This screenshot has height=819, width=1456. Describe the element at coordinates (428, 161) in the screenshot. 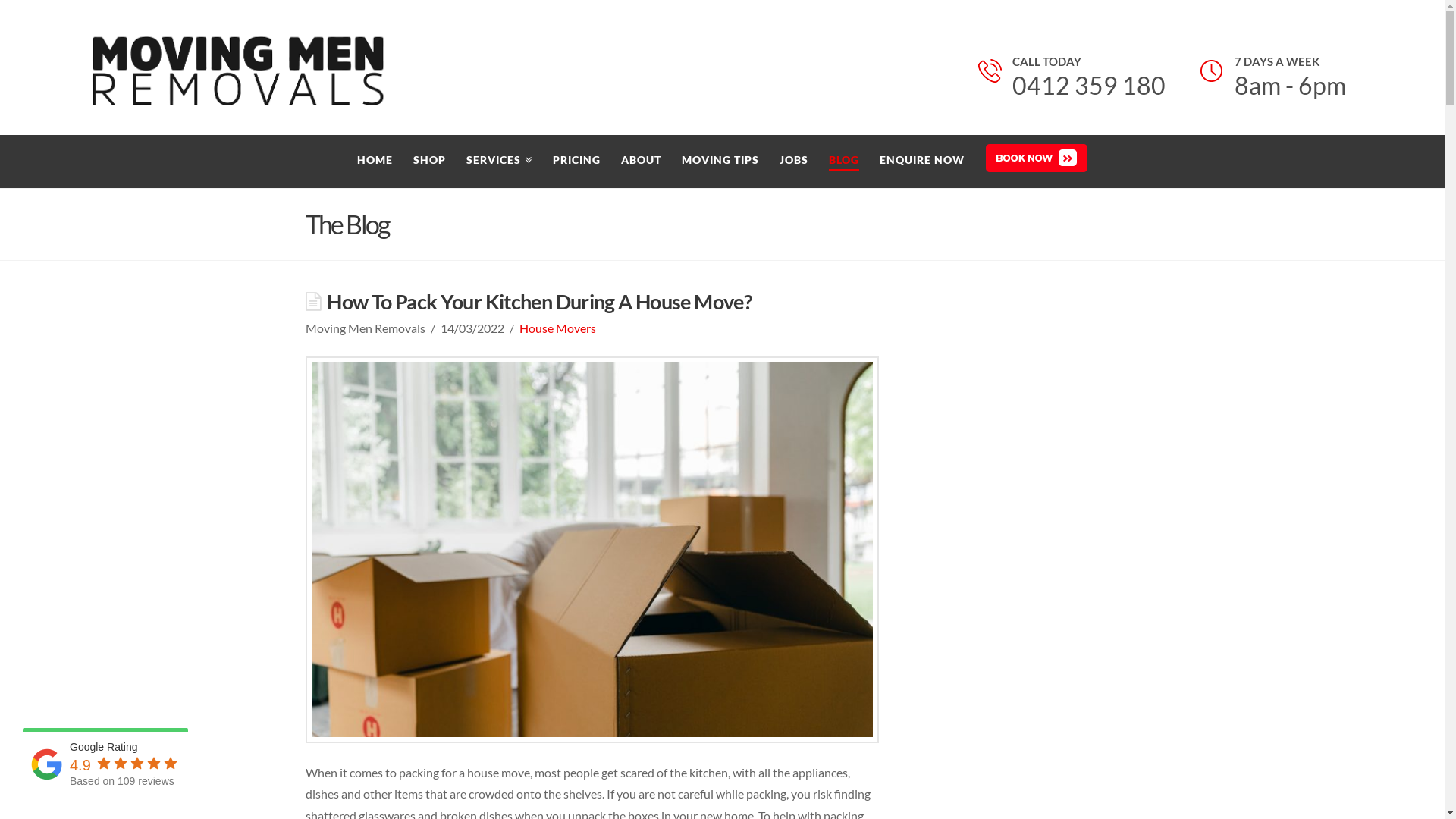

I see `'SHOP'` at that location.